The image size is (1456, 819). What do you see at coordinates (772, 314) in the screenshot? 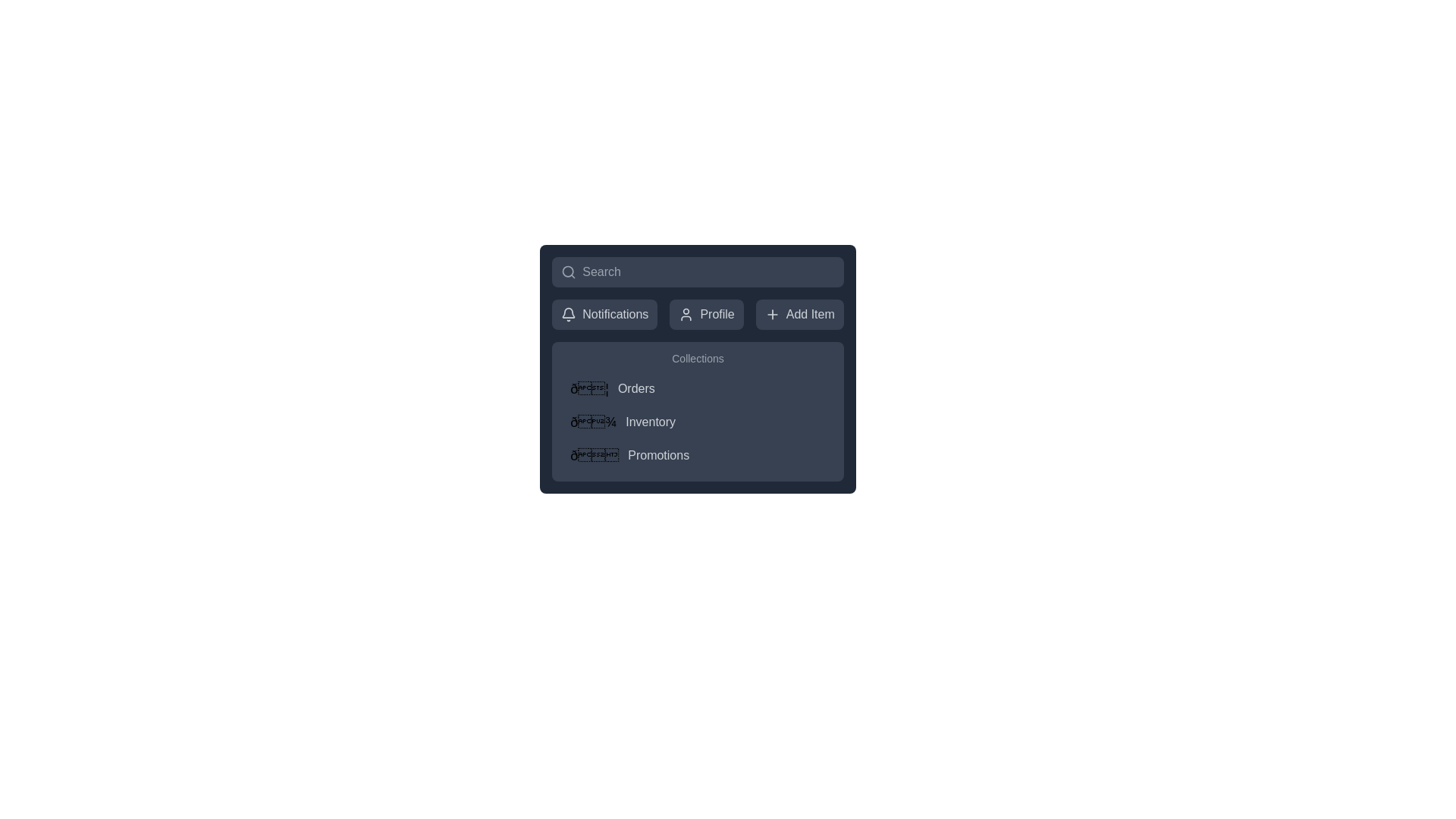
I see `the plus-shaped icon within the 'Add Item' button` at bounding box center [772, 314].